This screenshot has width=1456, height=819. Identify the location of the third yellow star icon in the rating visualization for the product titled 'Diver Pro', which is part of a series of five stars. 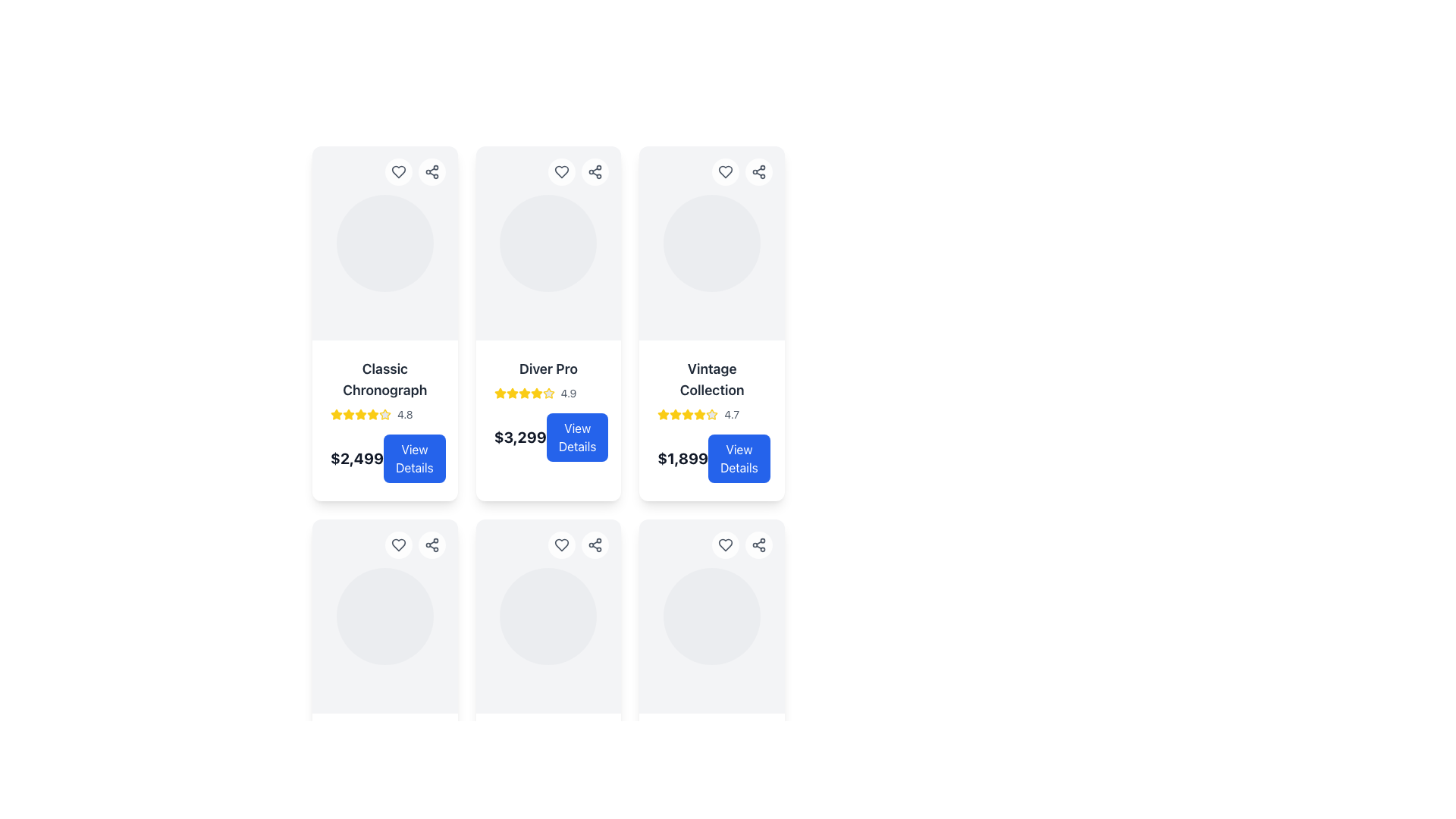
(512, 393).